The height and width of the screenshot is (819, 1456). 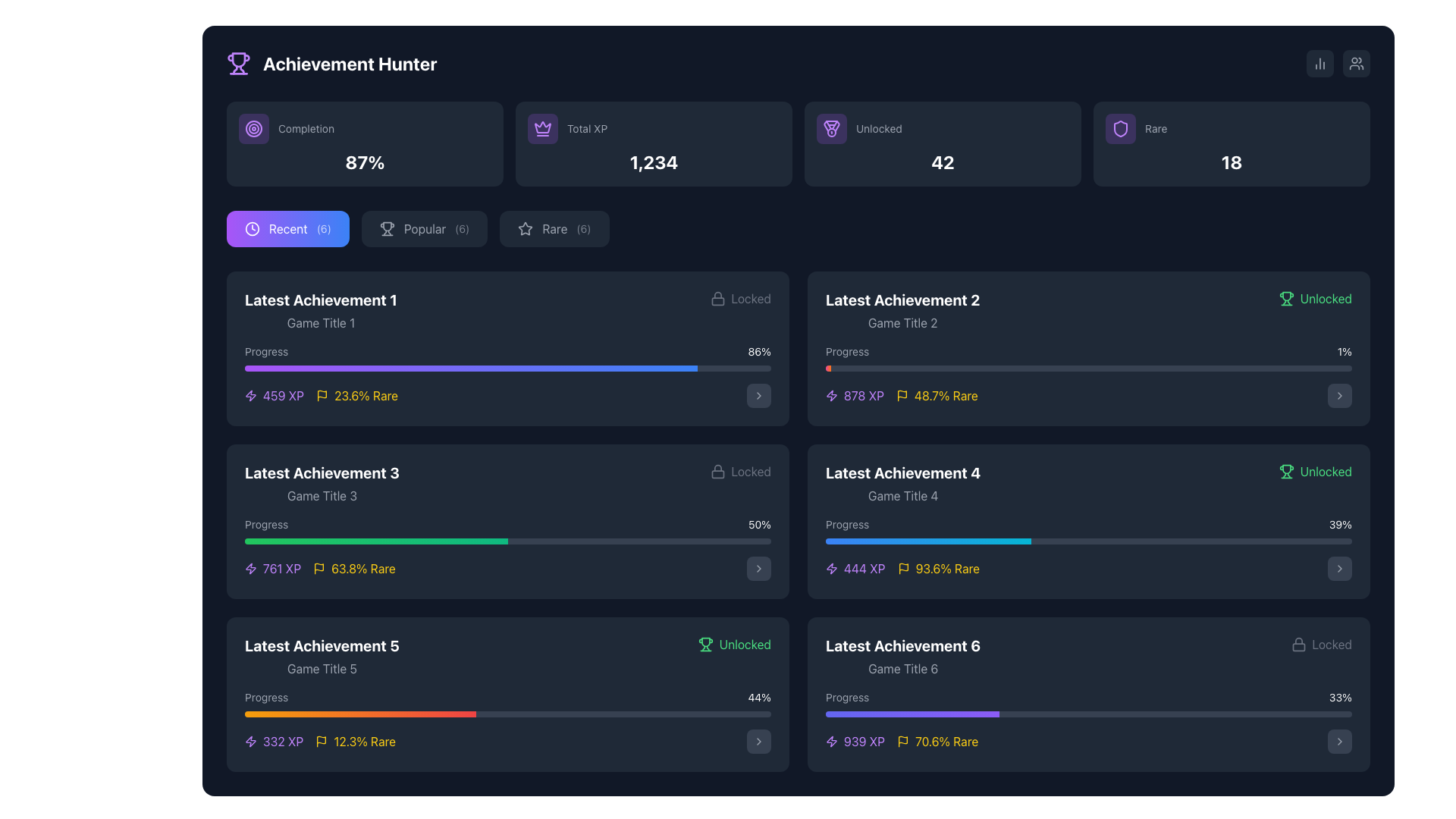 What do you see at coordinates (321, 472) in the screenshot?
I see `the text label indicating 'Latest Achievement 3', which serves as a title for the achievement category, located above 'Game Title 3'` at bounding box center [321, 472].